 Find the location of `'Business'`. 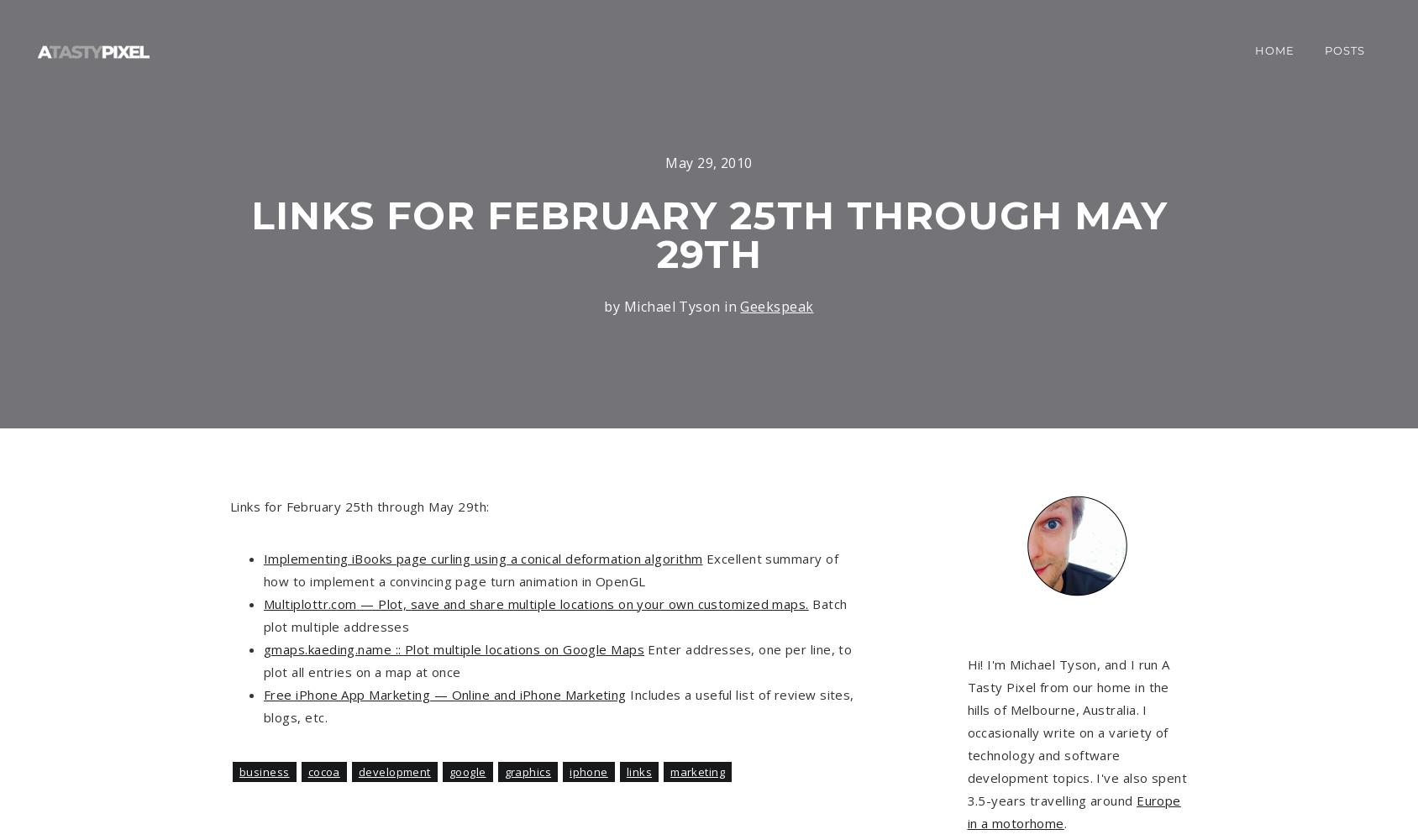

'Business' is located at coordinates (263, 772).